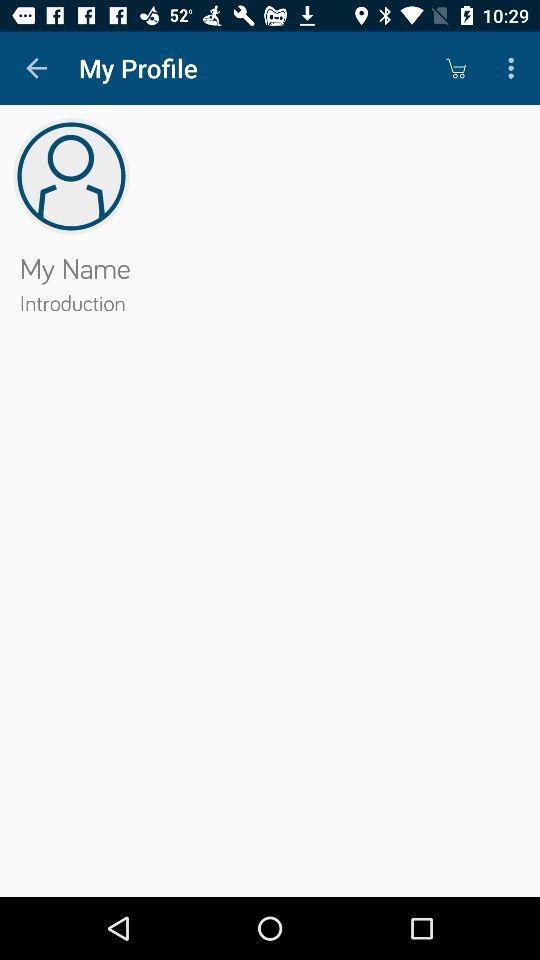 The image size is (540, 960). I want to click on icon next to my profile, so click(455, 68).